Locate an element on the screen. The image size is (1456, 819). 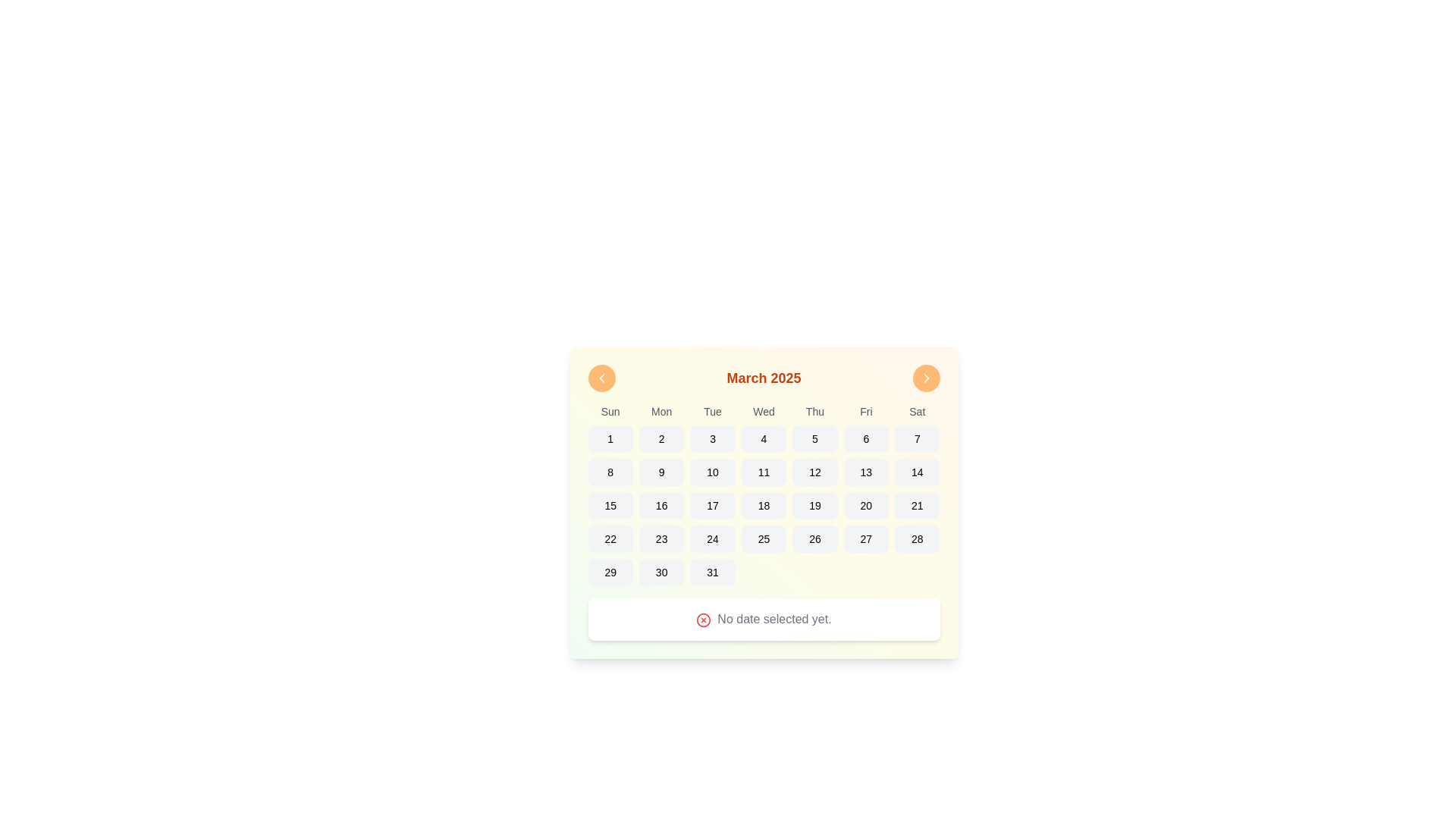
the icon in the top left corner of the calendar panel is located at coordinates (601, 377).